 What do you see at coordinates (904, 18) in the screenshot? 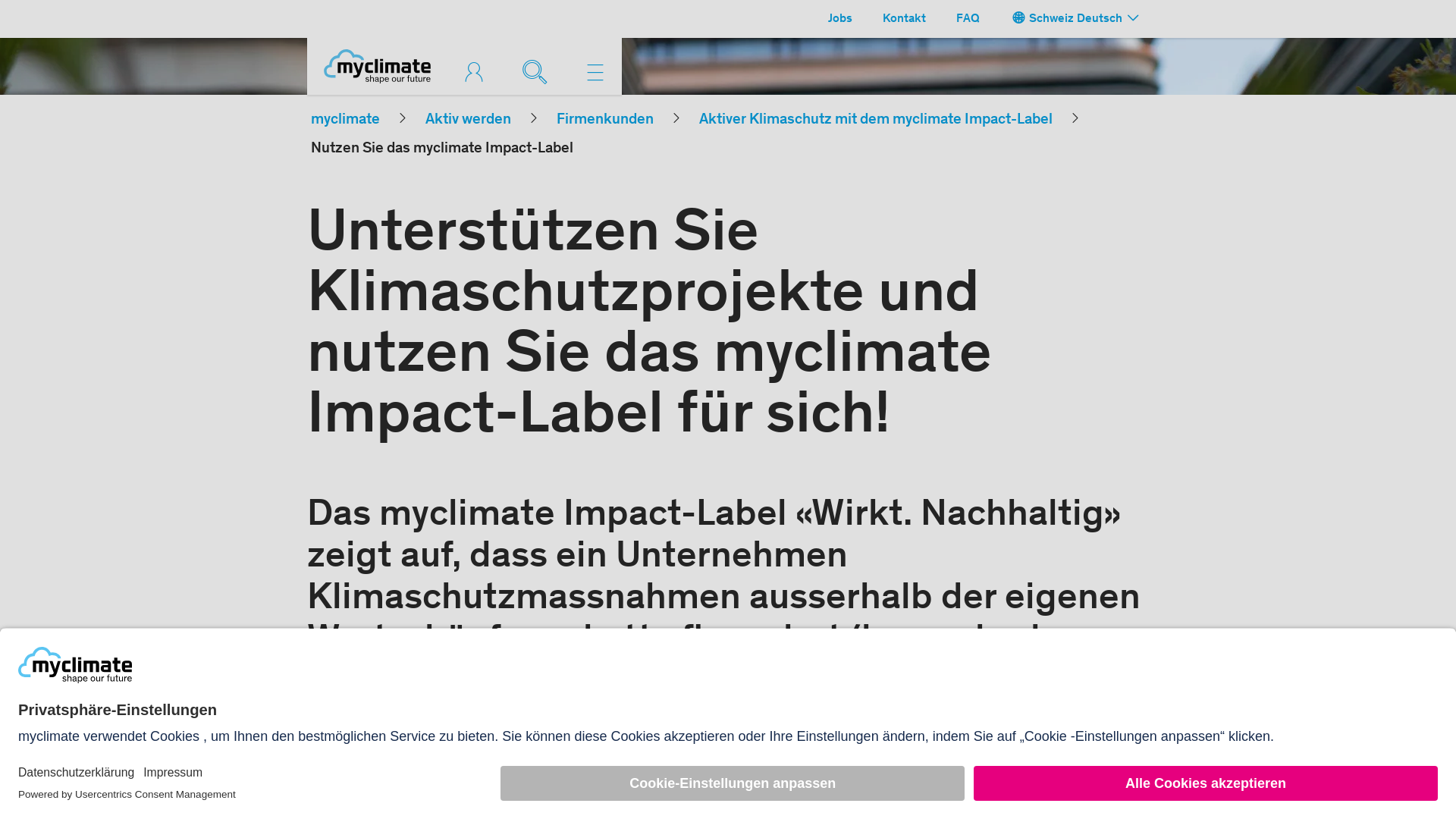
I see `'Kontakt'` at bounding box center [904, 18].